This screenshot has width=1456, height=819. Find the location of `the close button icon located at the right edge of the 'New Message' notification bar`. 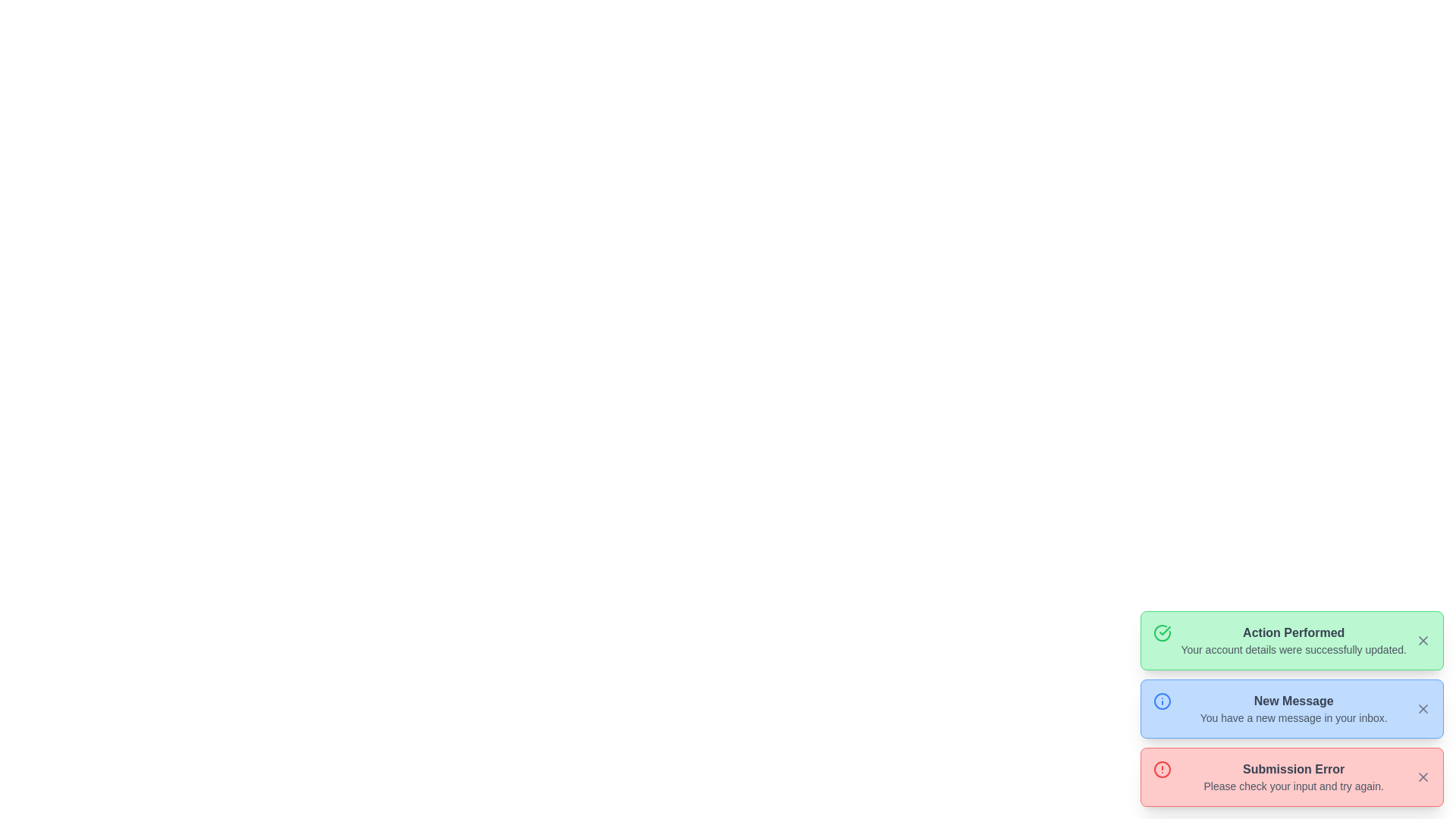

the close button icon located at the right edge of the 'New Message' notification bar is located at coordinates (1422, 708).